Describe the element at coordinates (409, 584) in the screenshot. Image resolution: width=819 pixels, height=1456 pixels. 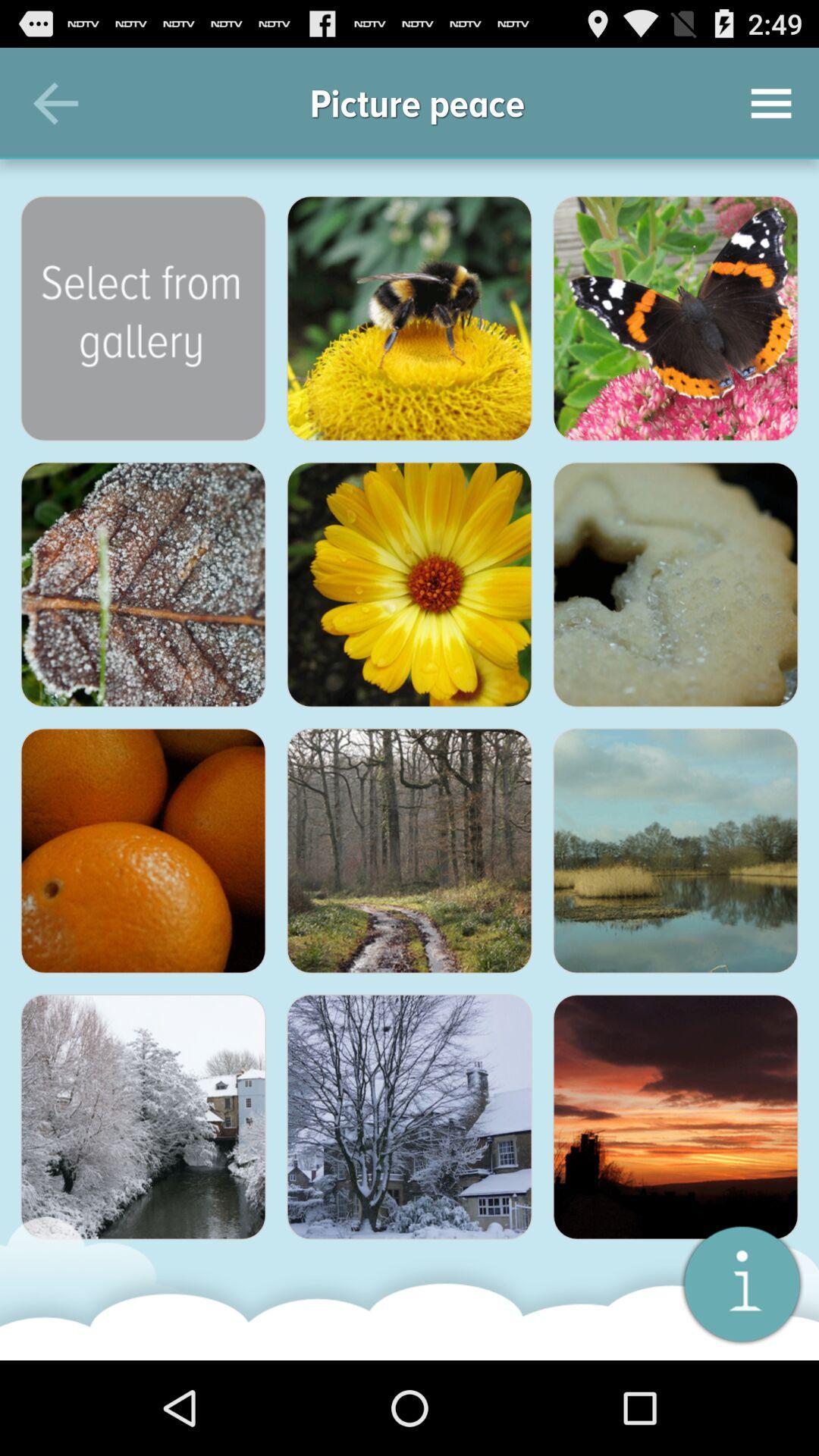
I see `this thumbnail` at that location.